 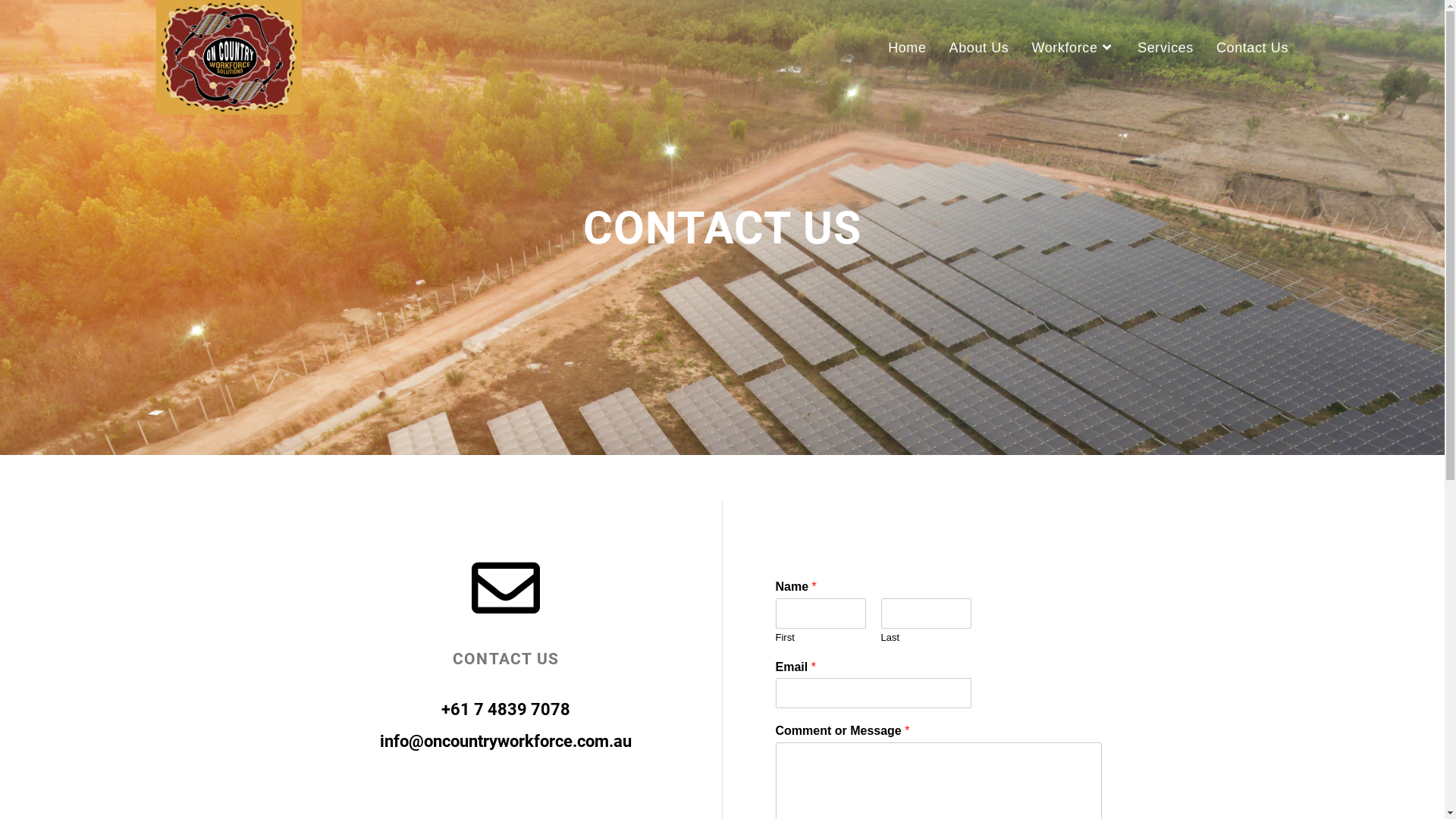 I want to click on 'About Us', so click(x=937, y=46).